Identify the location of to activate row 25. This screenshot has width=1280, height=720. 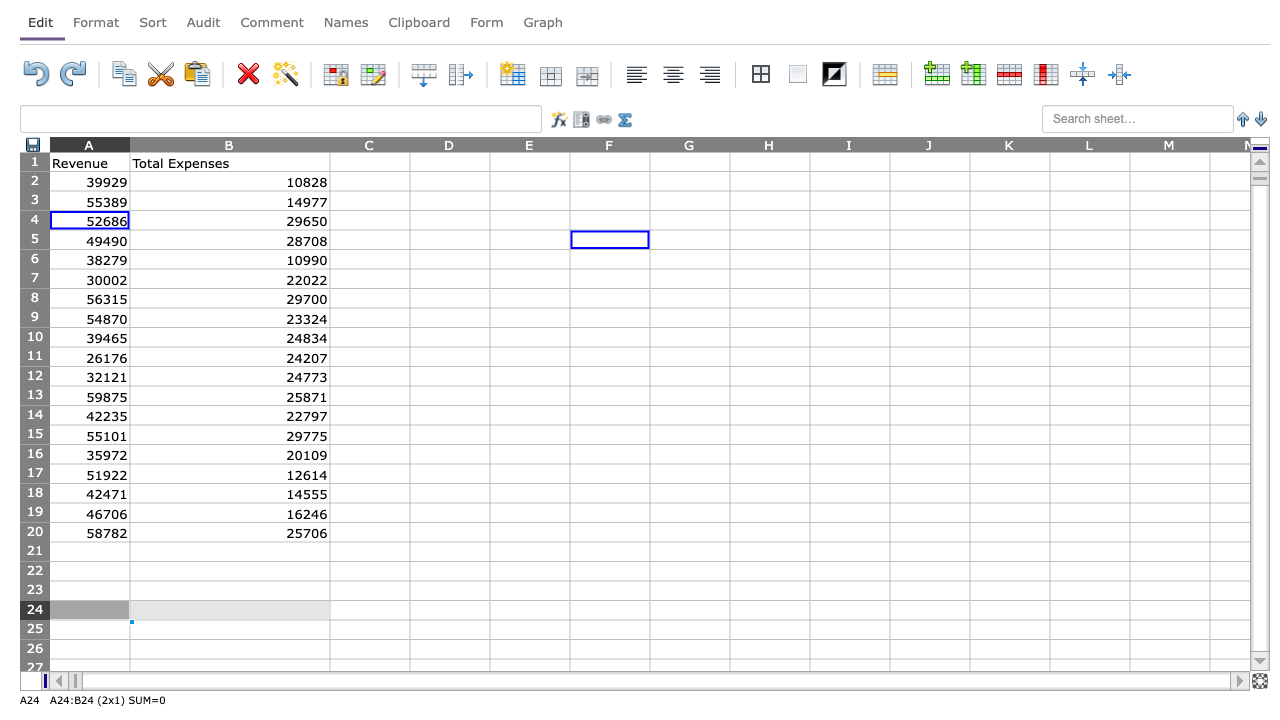
(34, 628).